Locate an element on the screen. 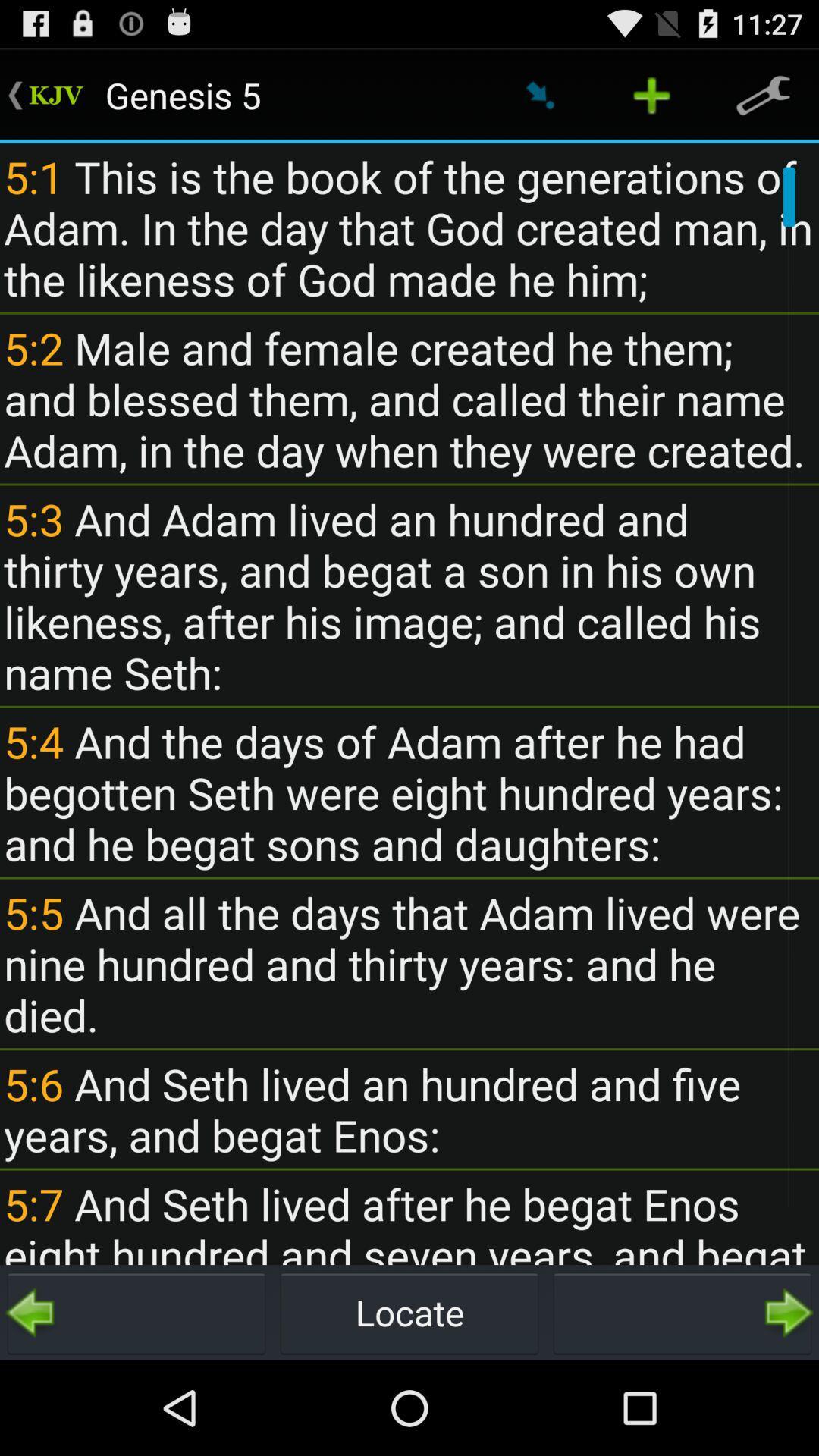 Image resolution: width=819 pixels, height=1456 pixels. next page is located at coordinates (681, 1312).